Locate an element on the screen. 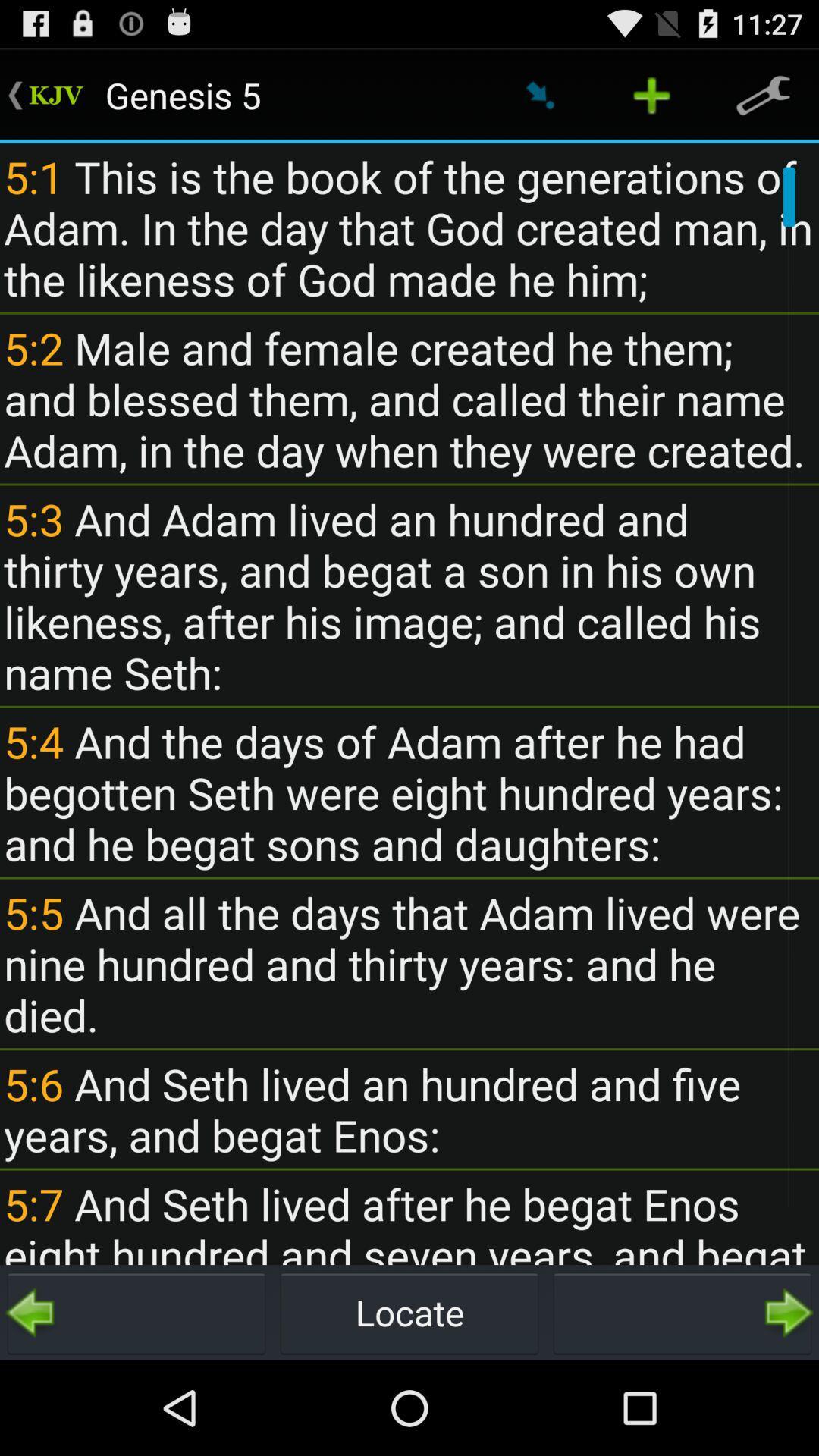 Image resolution: width=819 pixels, height=1456 pixels. next page is located at coordinates (681, 1312).